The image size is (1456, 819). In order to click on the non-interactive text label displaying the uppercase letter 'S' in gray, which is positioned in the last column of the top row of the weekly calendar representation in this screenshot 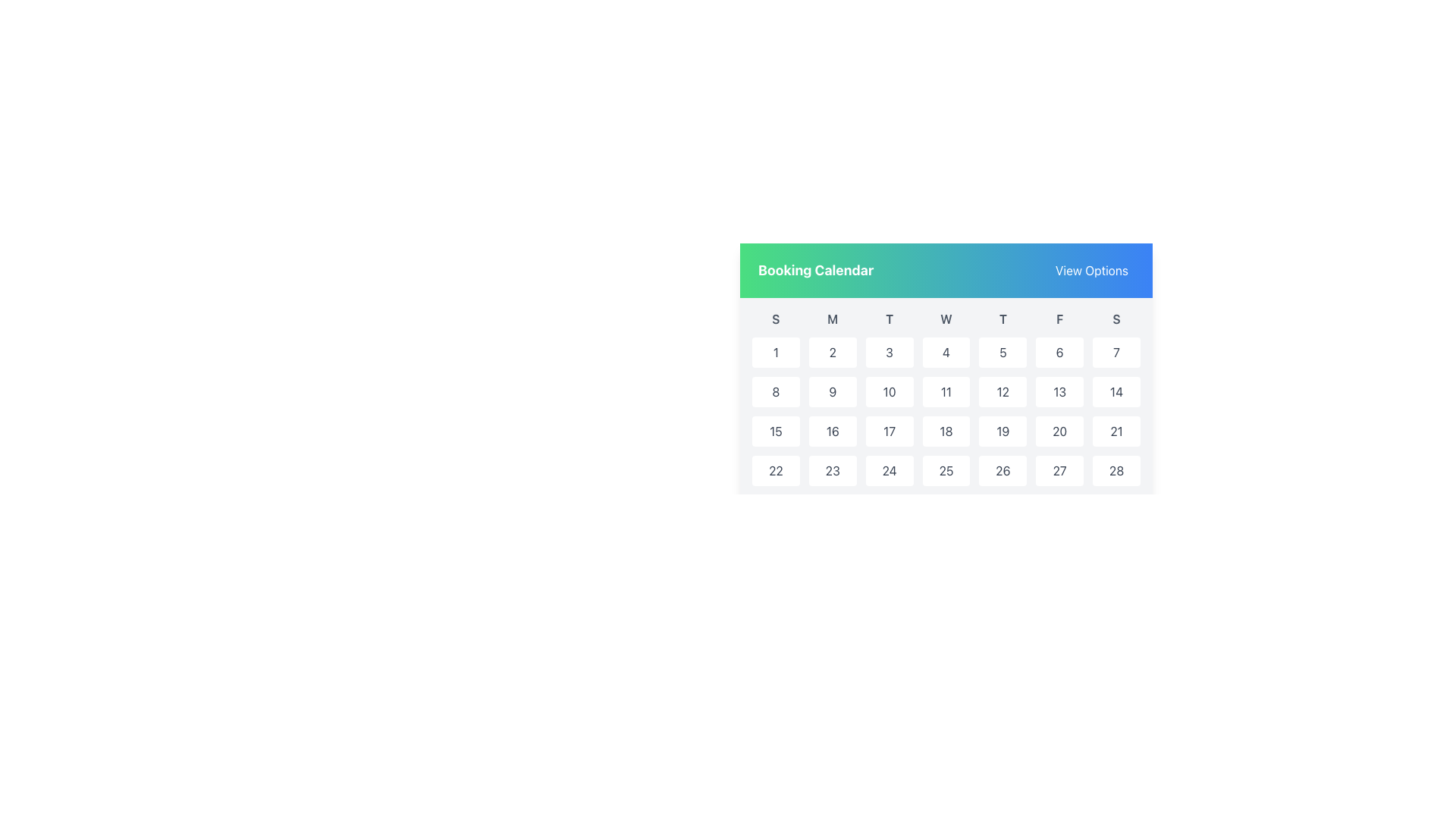, I will do `click(1116, 318)`.